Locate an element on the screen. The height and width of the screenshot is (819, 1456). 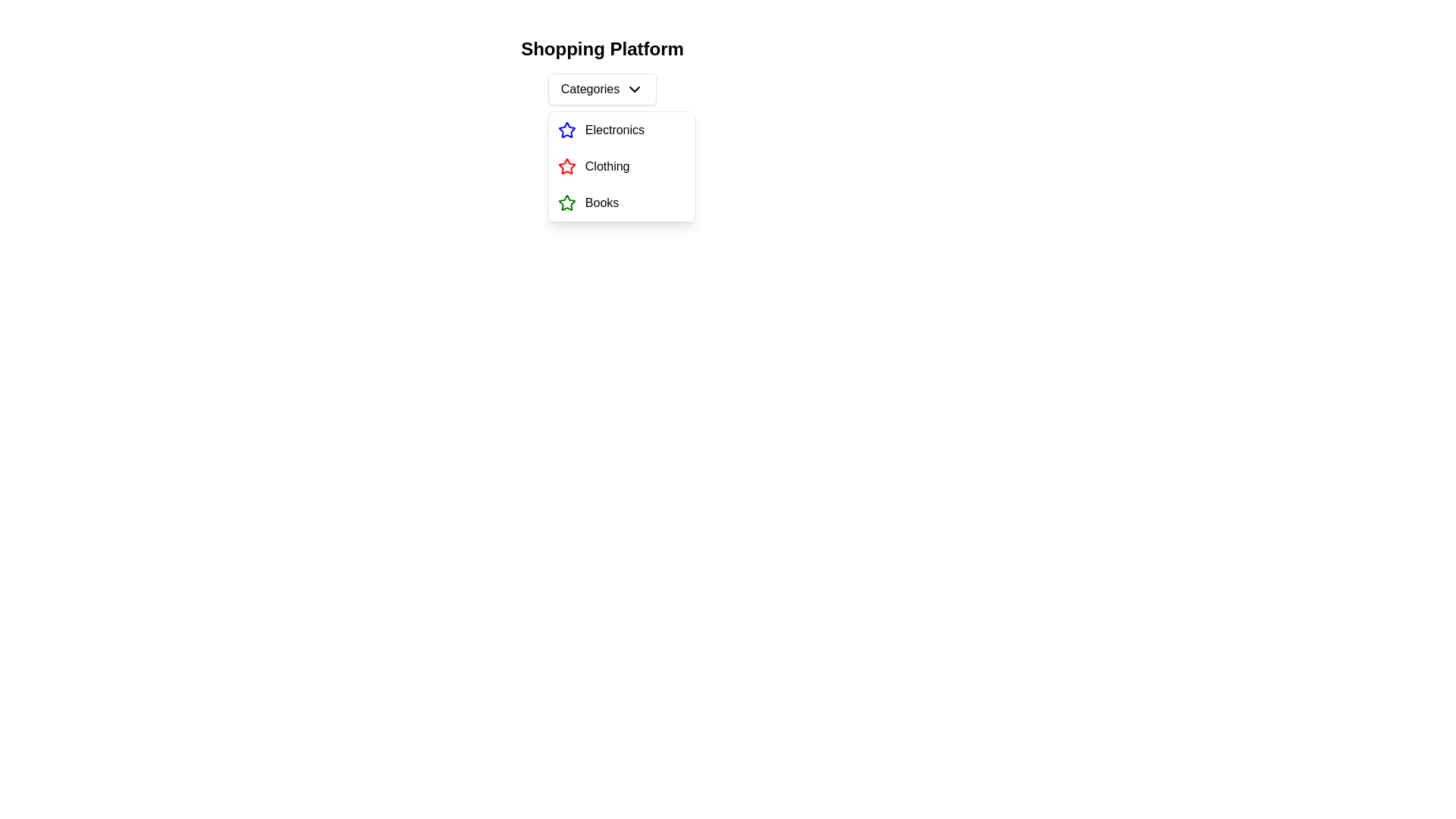
the star icon representing the 'Clothing' menu item in the dropdown menu under 'Categories' on the 'Shopping Platform' interface is located at coordinates (566, 166).